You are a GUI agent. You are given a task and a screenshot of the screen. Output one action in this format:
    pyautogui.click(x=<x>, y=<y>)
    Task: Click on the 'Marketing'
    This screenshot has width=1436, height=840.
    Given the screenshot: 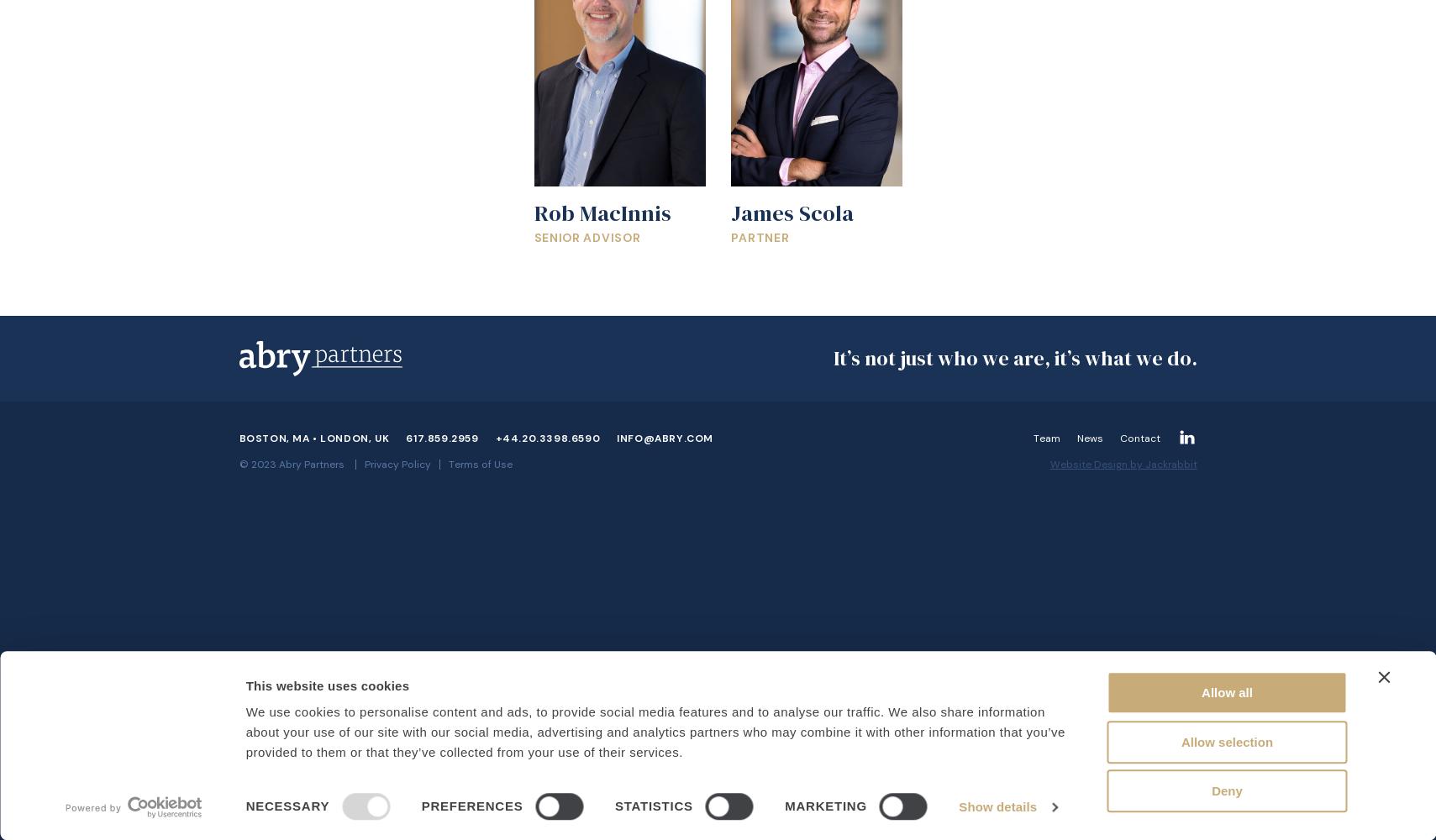 What is the action you would take?
    pyautogui.click(x=825, y=805)
    